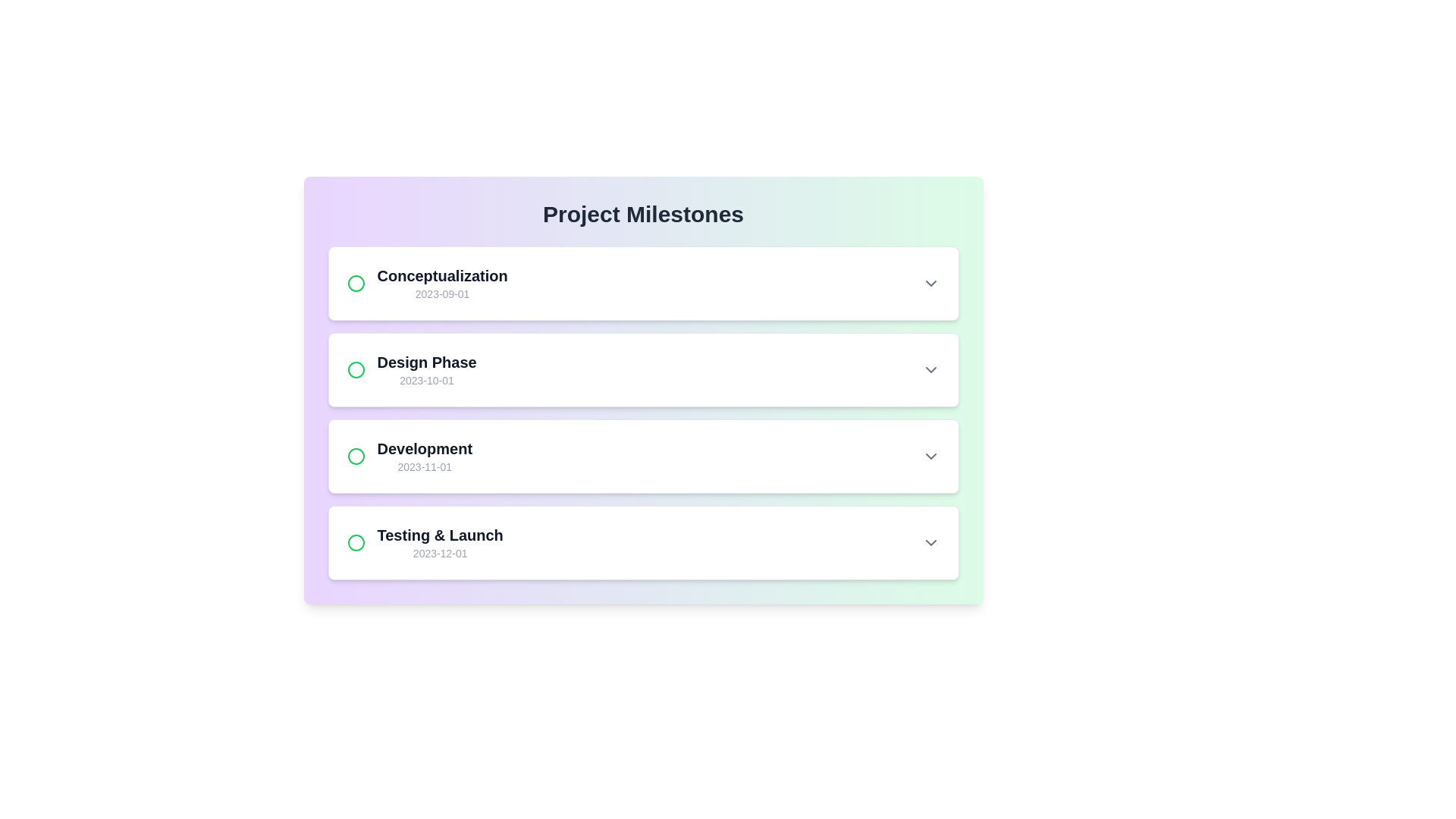 This screenshot has width=1456, height=819. What do you see at coordinates (355, 542) in the screenshot?
I see `the circular status indicator icon located in the fourth row of the 'Project Milestones' list, immediately to the left of 'Testing & Launch'` at bounding box center [355, 542].